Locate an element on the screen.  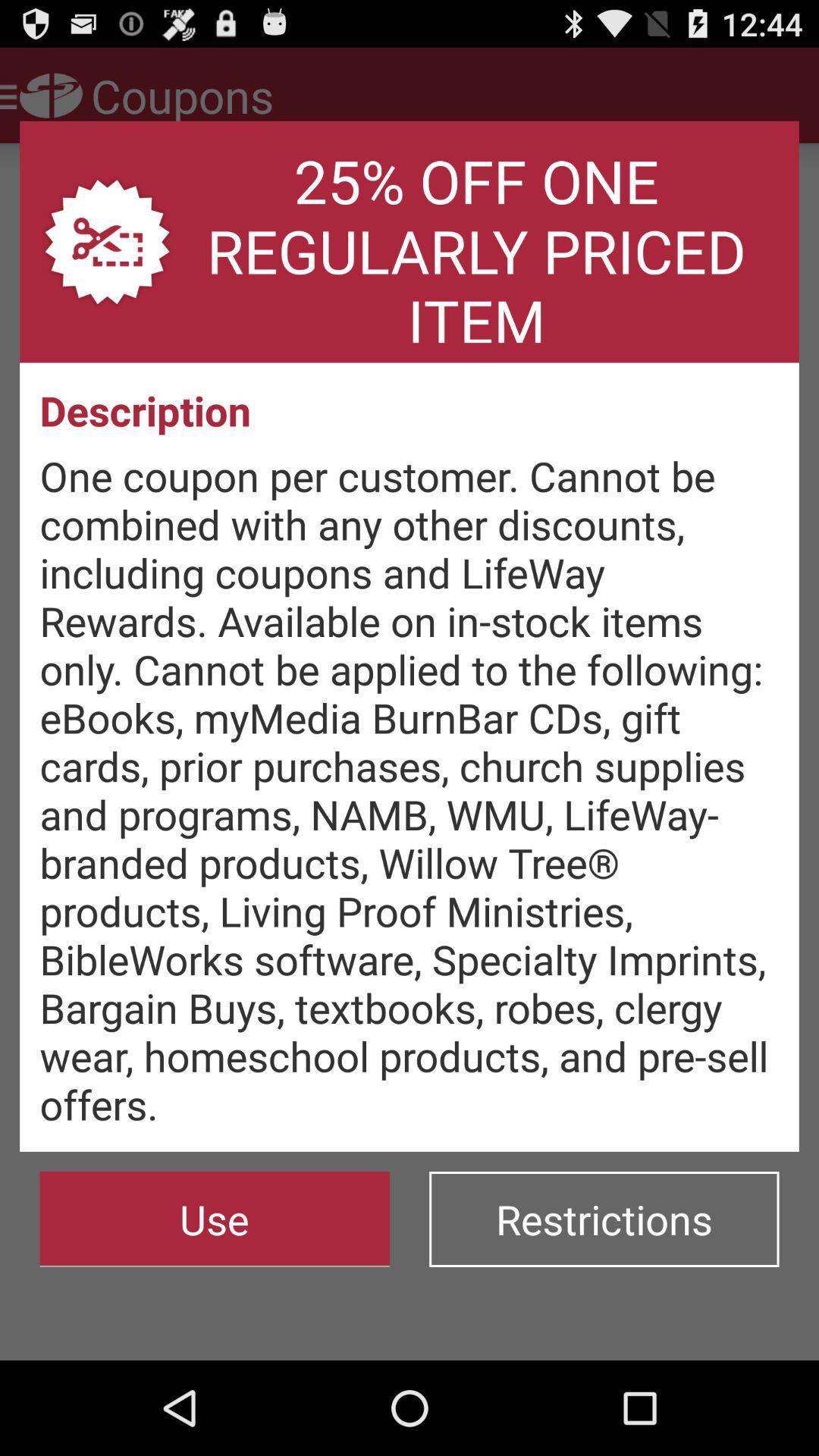
the button at the bottom right corner is located at coordinates (603, 1219).